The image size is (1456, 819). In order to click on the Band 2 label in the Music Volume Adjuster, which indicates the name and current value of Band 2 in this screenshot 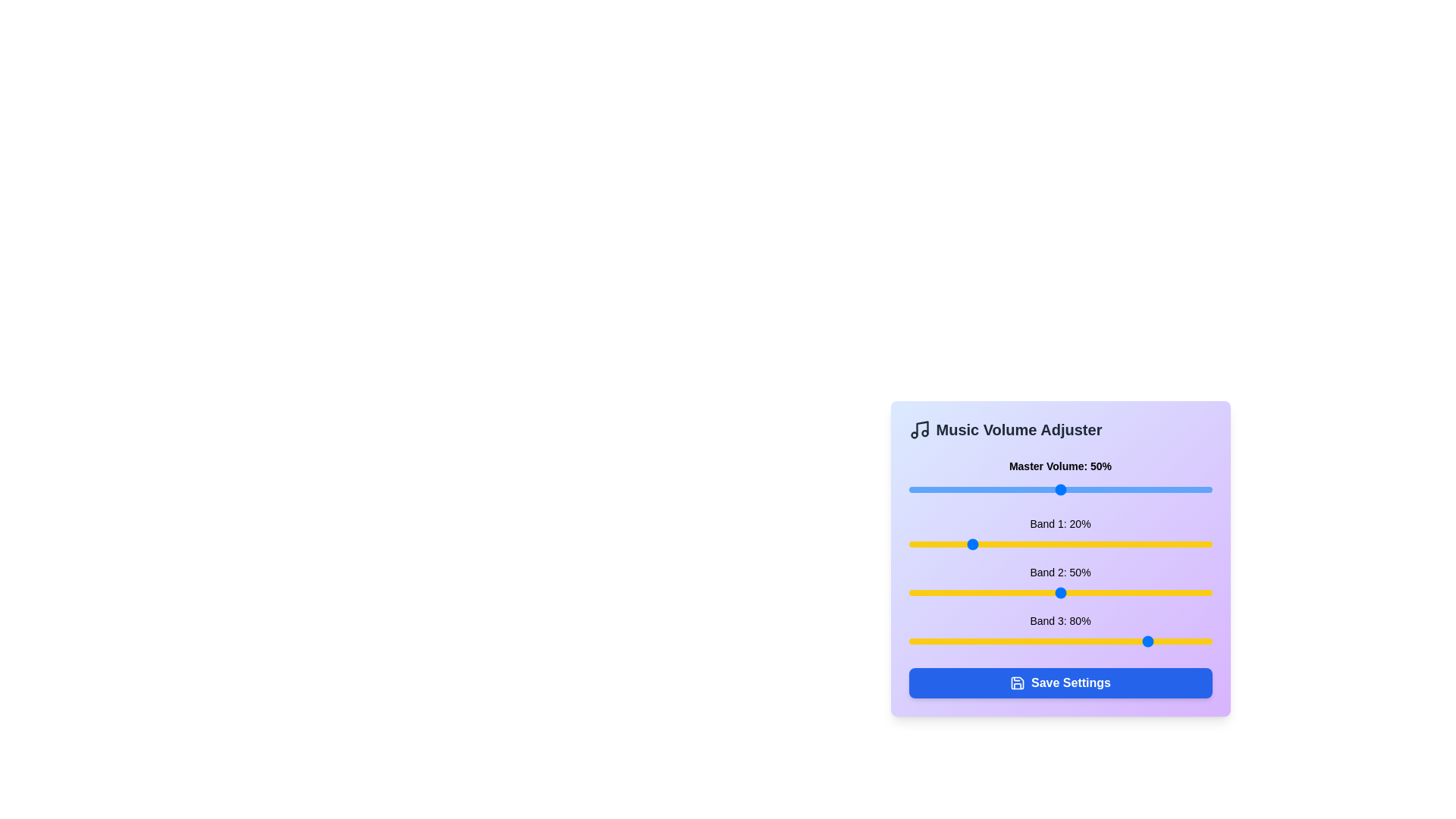, I will do `click(1059, 573)`.